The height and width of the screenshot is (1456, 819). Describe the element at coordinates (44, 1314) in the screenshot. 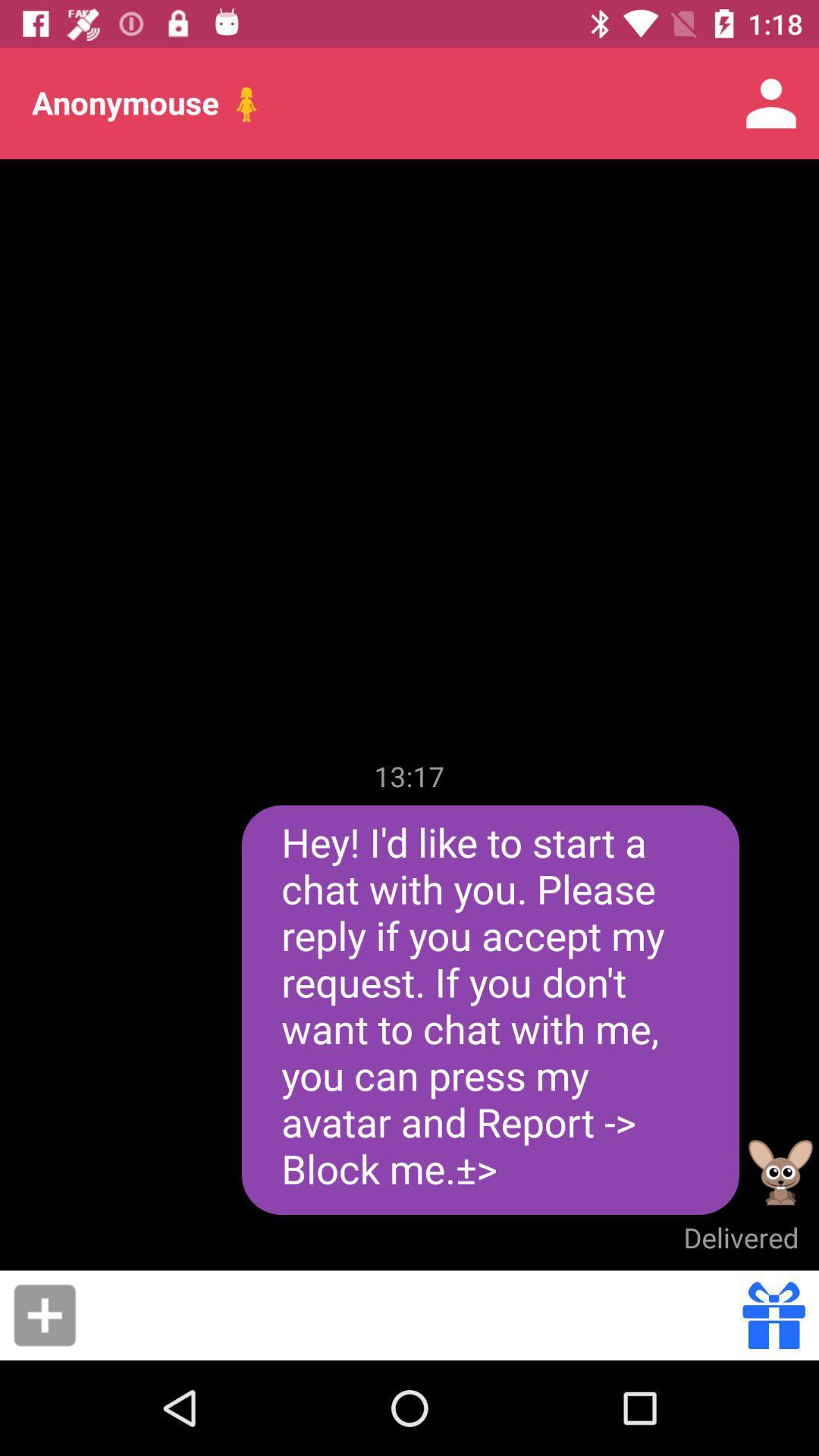

I see `message` at that location.